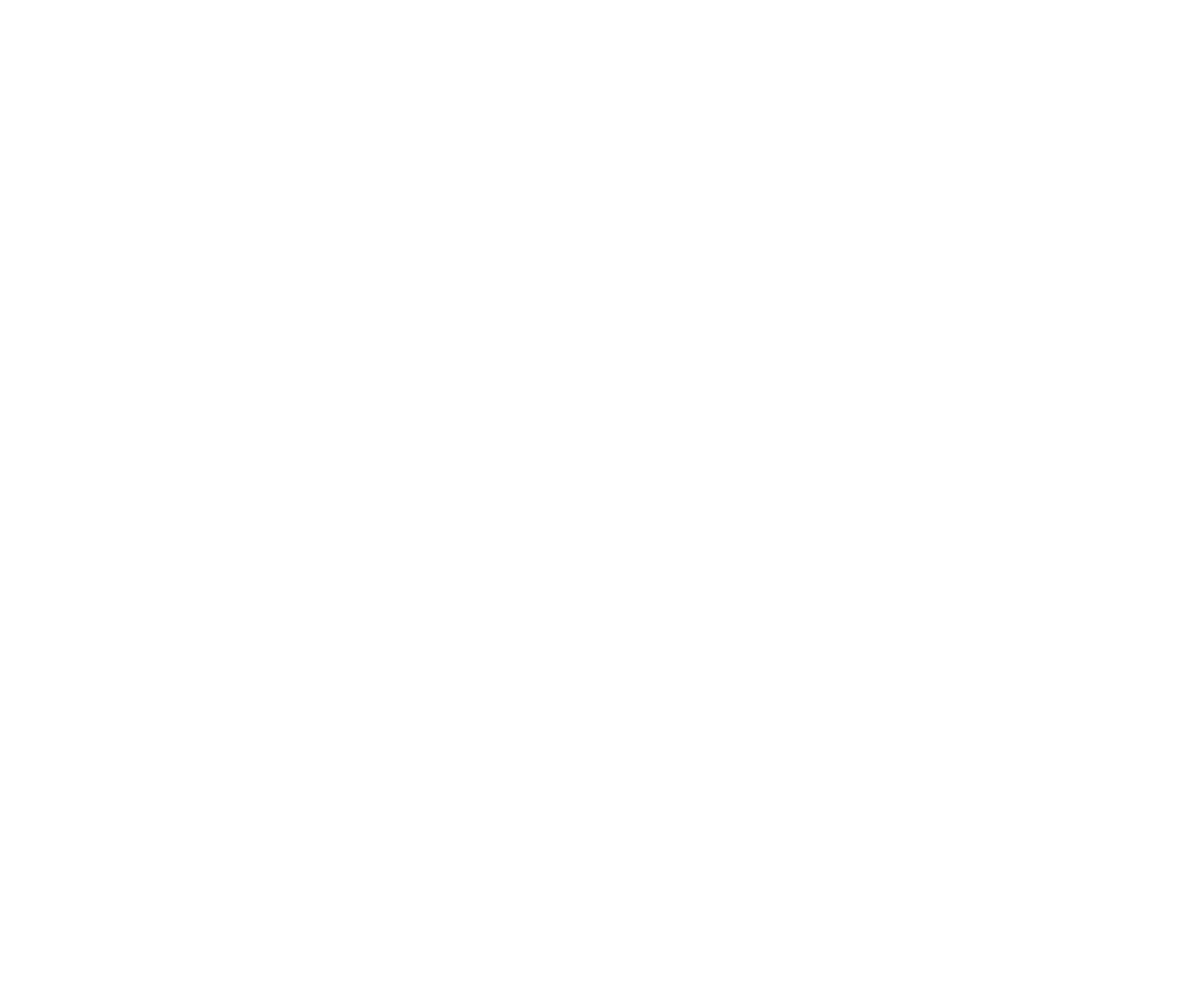  What do you see at coordinates (727, 290) in the screenshot?
I see `'Food Pantry'` at bounding box center [727, 290].